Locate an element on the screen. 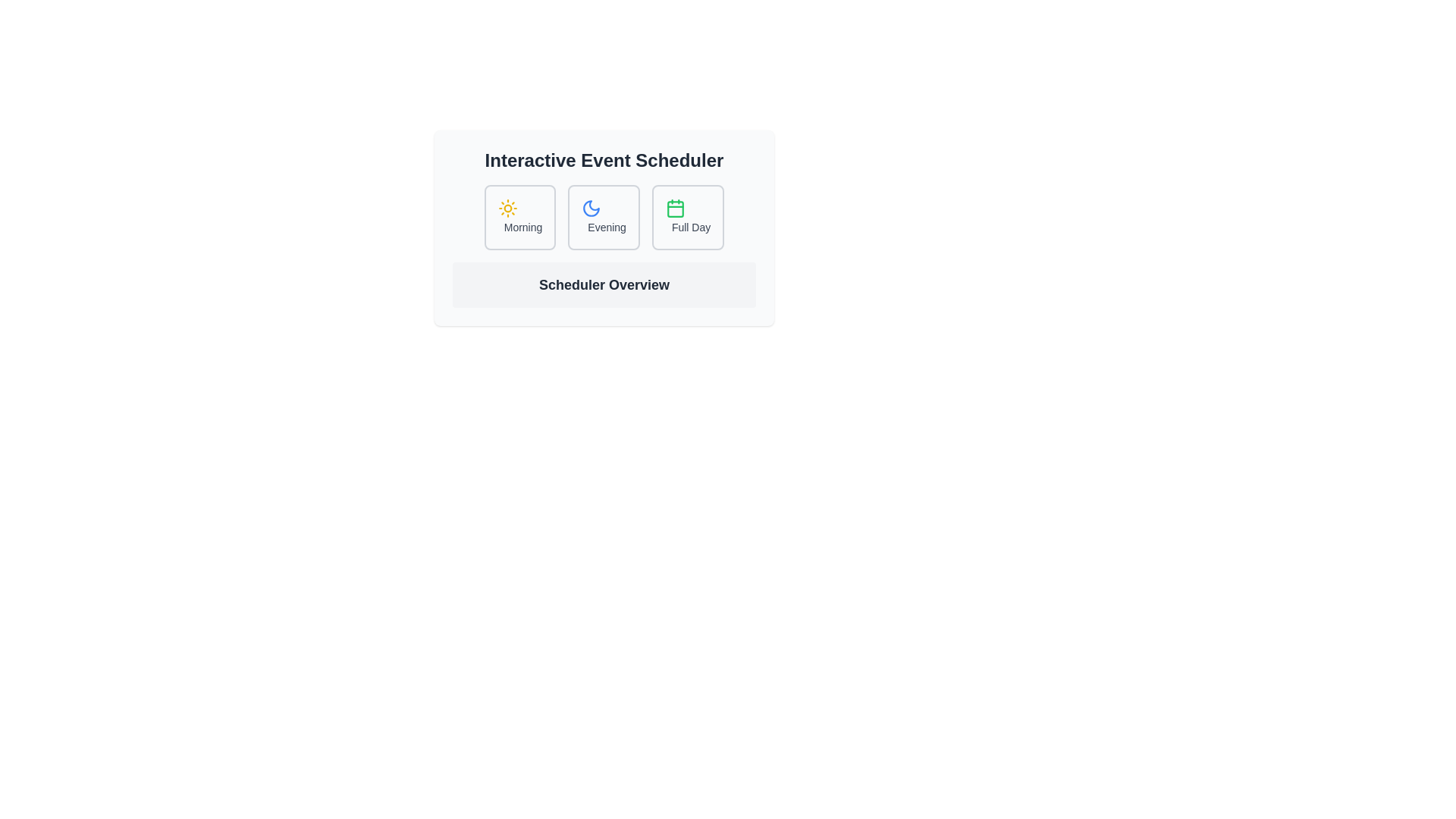  the 'Full Day' option card in the Interactive Event Scheduler interface is located at coordinates (687, 217).